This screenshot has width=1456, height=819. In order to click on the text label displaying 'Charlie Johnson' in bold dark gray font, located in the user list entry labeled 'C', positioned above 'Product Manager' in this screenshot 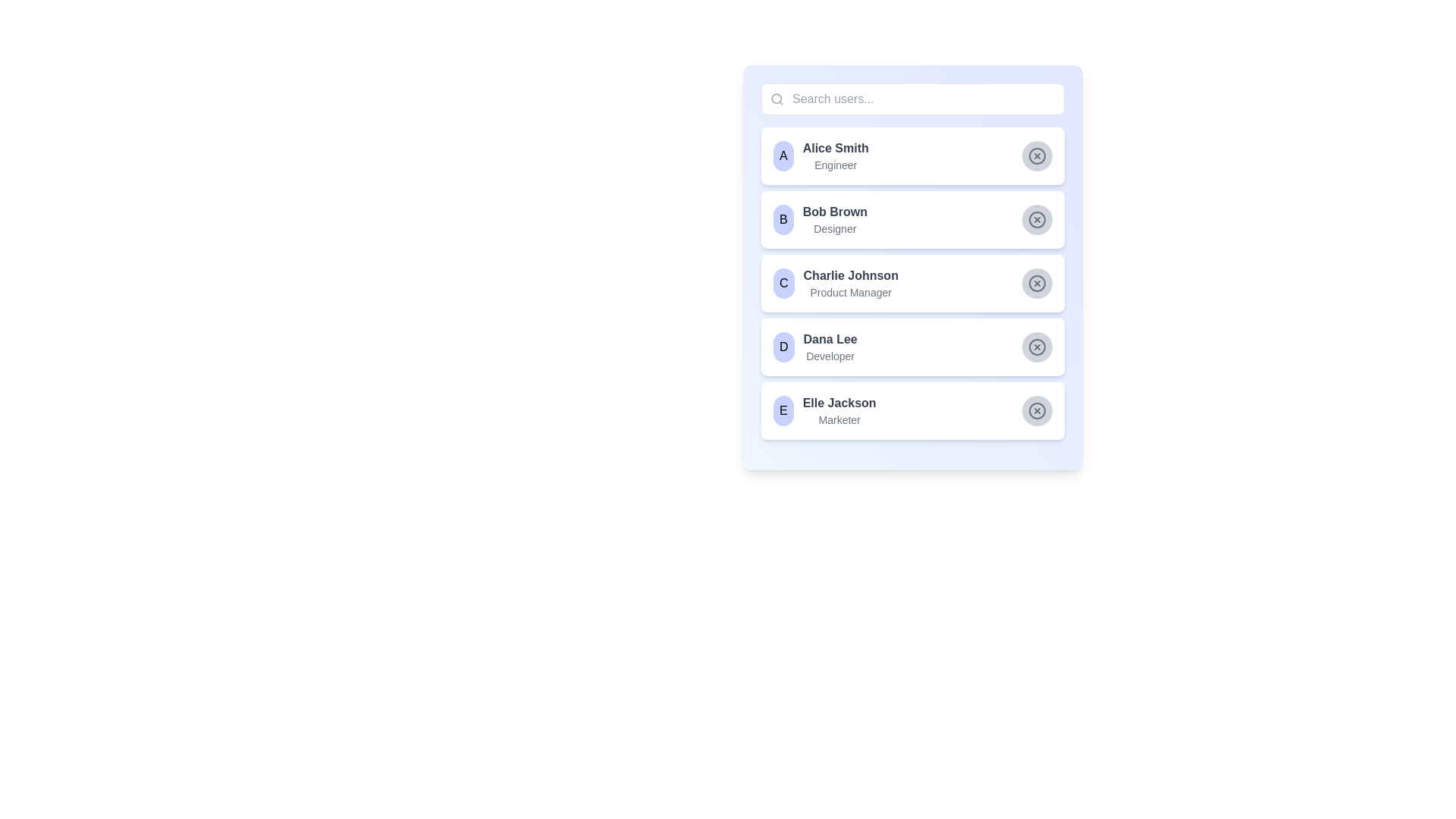, I will do `click(851, 275)`.